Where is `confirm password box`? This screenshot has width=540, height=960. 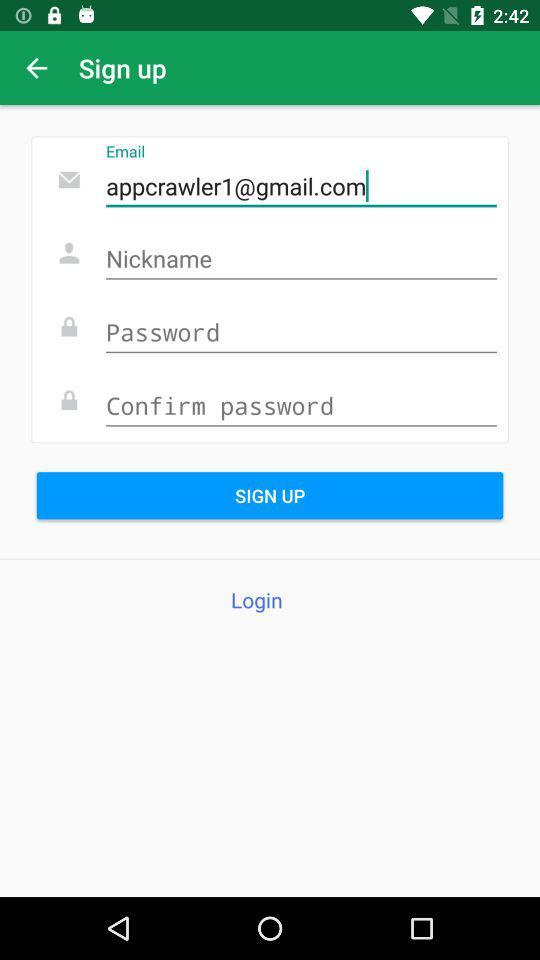 confirm password box is located at coordinates (300, 406).